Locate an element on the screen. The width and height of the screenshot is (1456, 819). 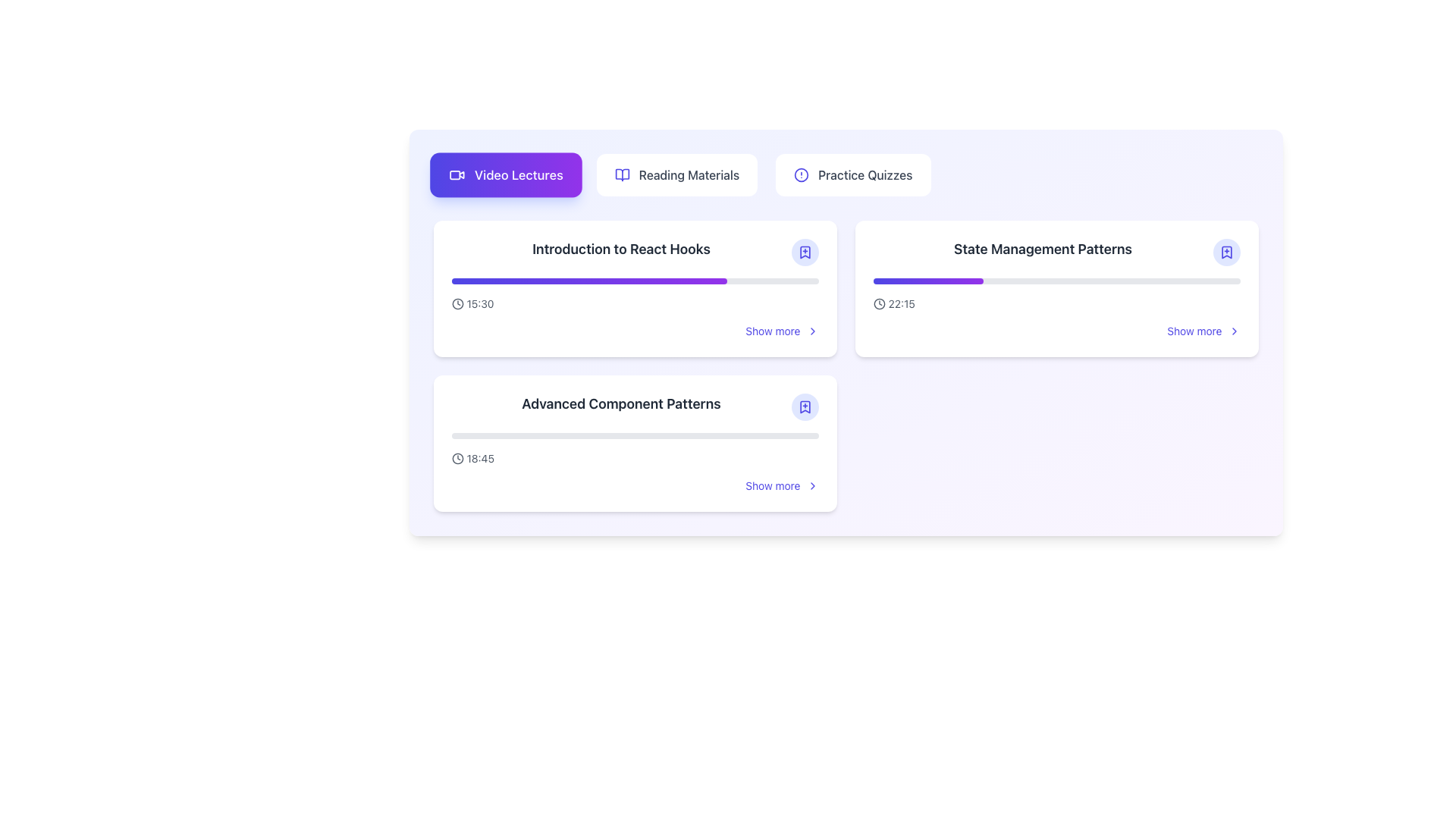
the Time indicator element located beneath the 'Advanced Component Patterns' section, which includes an icon and text is located at coordinates (472, 458).